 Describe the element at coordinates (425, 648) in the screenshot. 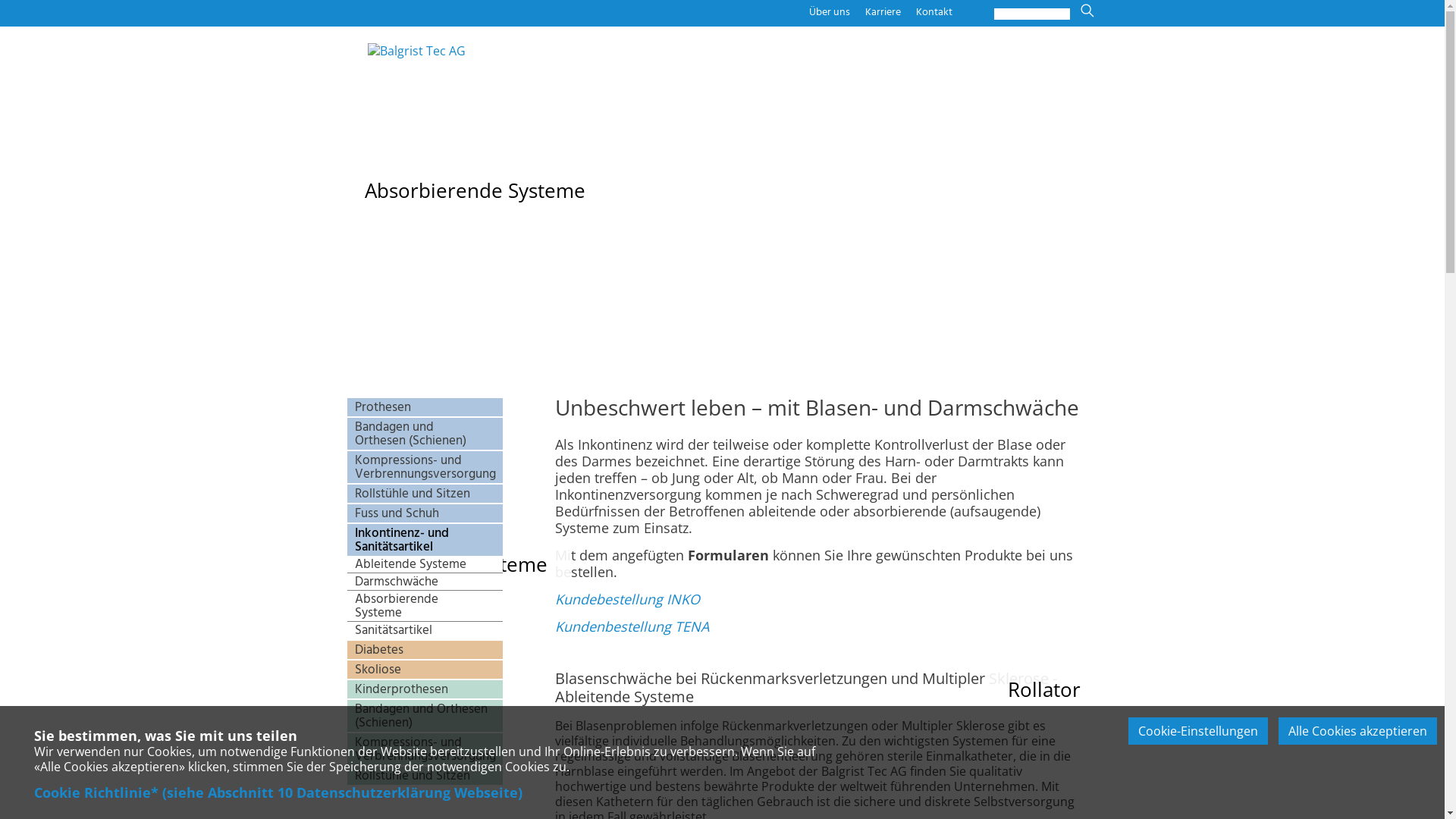

I see `'Diabetes'` at that location.